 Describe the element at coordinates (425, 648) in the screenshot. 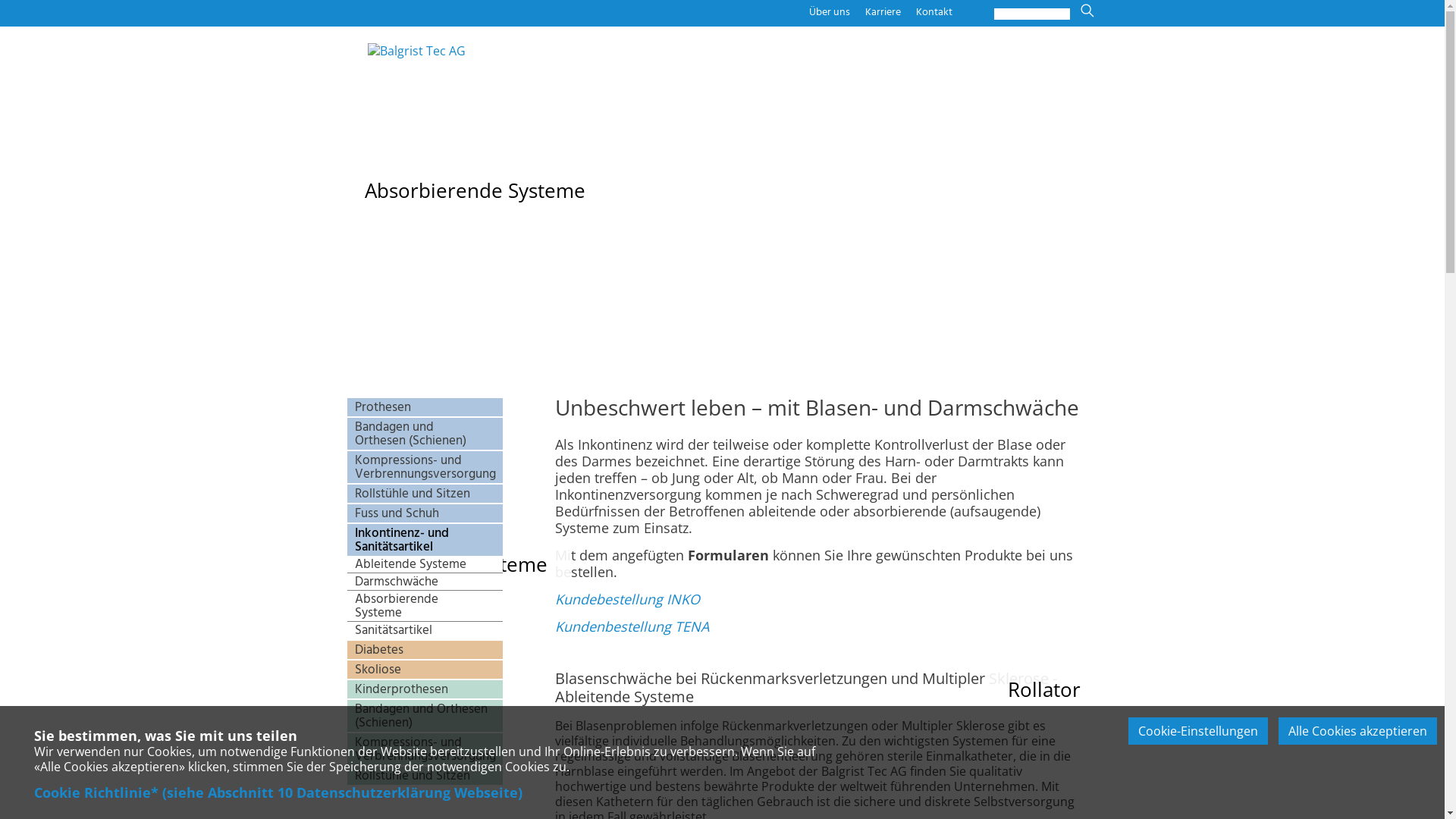

I see `'Diabetes'` at that location.